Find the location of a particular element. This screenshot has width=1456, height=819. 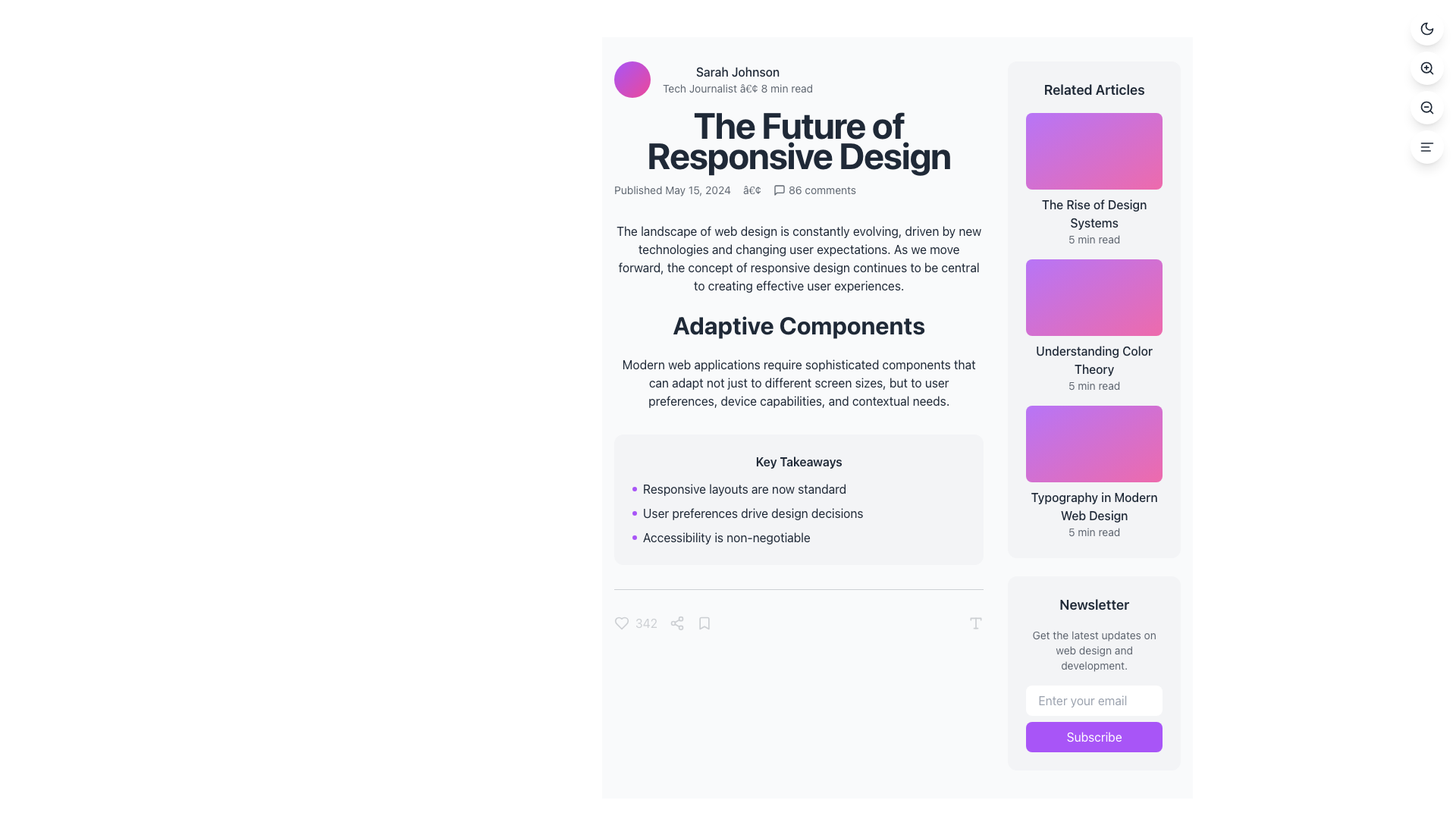

the central circle of the magnifying glass icon, which is the second button from the top in the vertical button group located near the bottom right of the main interface is located at coordinates (1426, 106).